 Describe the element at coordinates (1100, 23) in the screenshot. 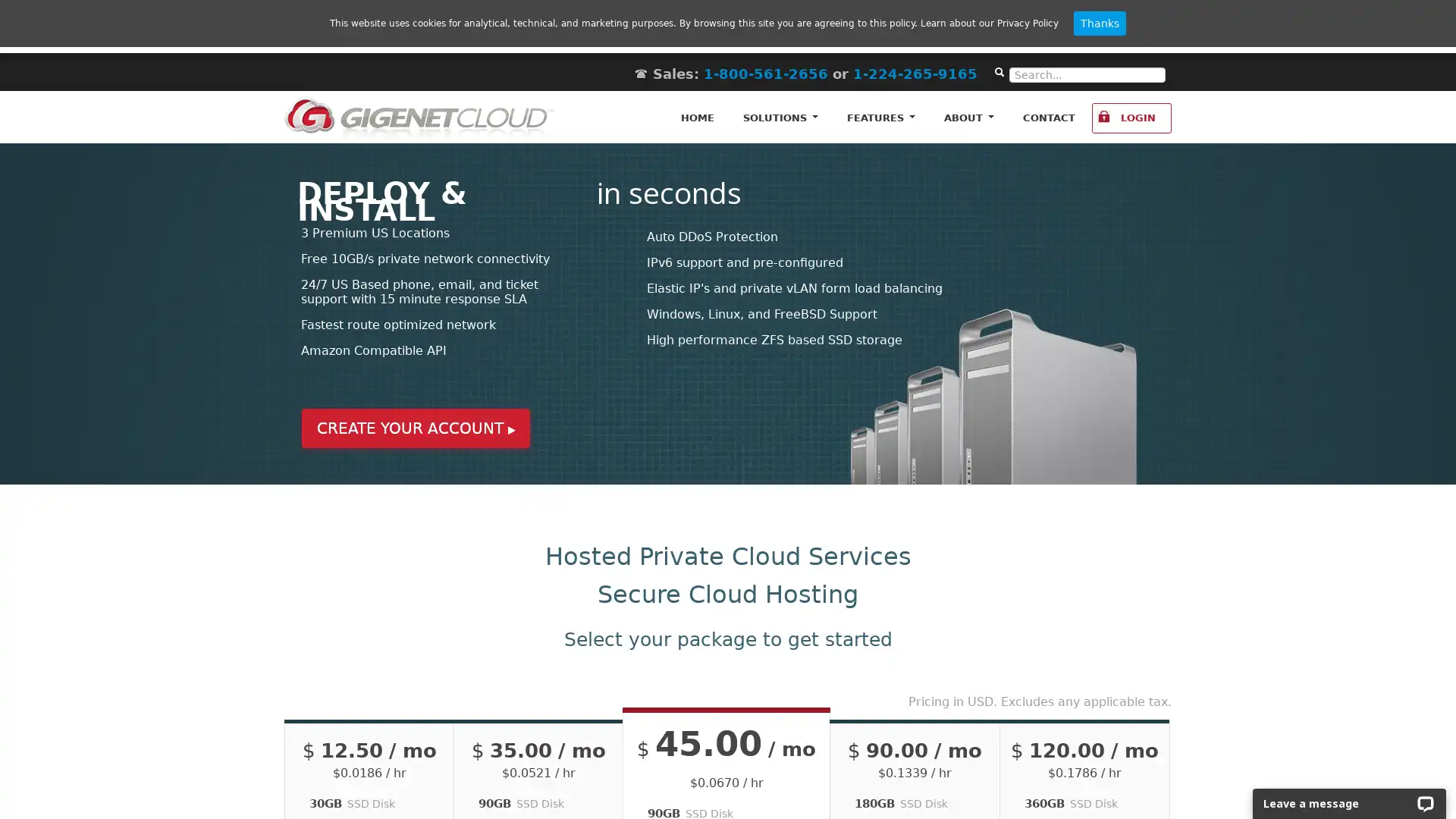

I see `Thanks` at that location.